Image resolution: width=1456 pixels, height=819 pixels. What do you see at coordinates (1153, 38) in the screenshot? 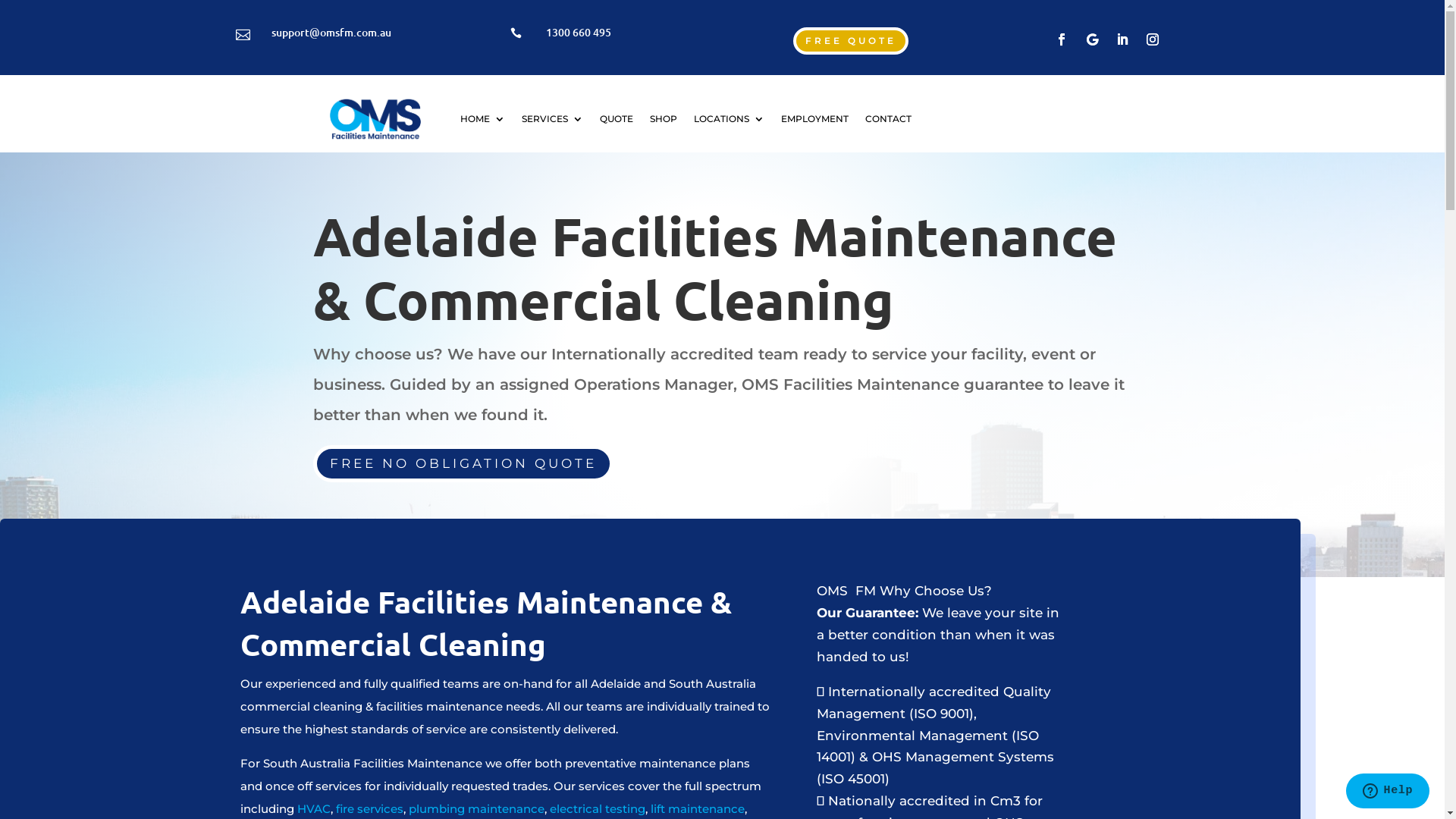
I see `'Follow on Instagram'` at bounding box center [1153, 38].